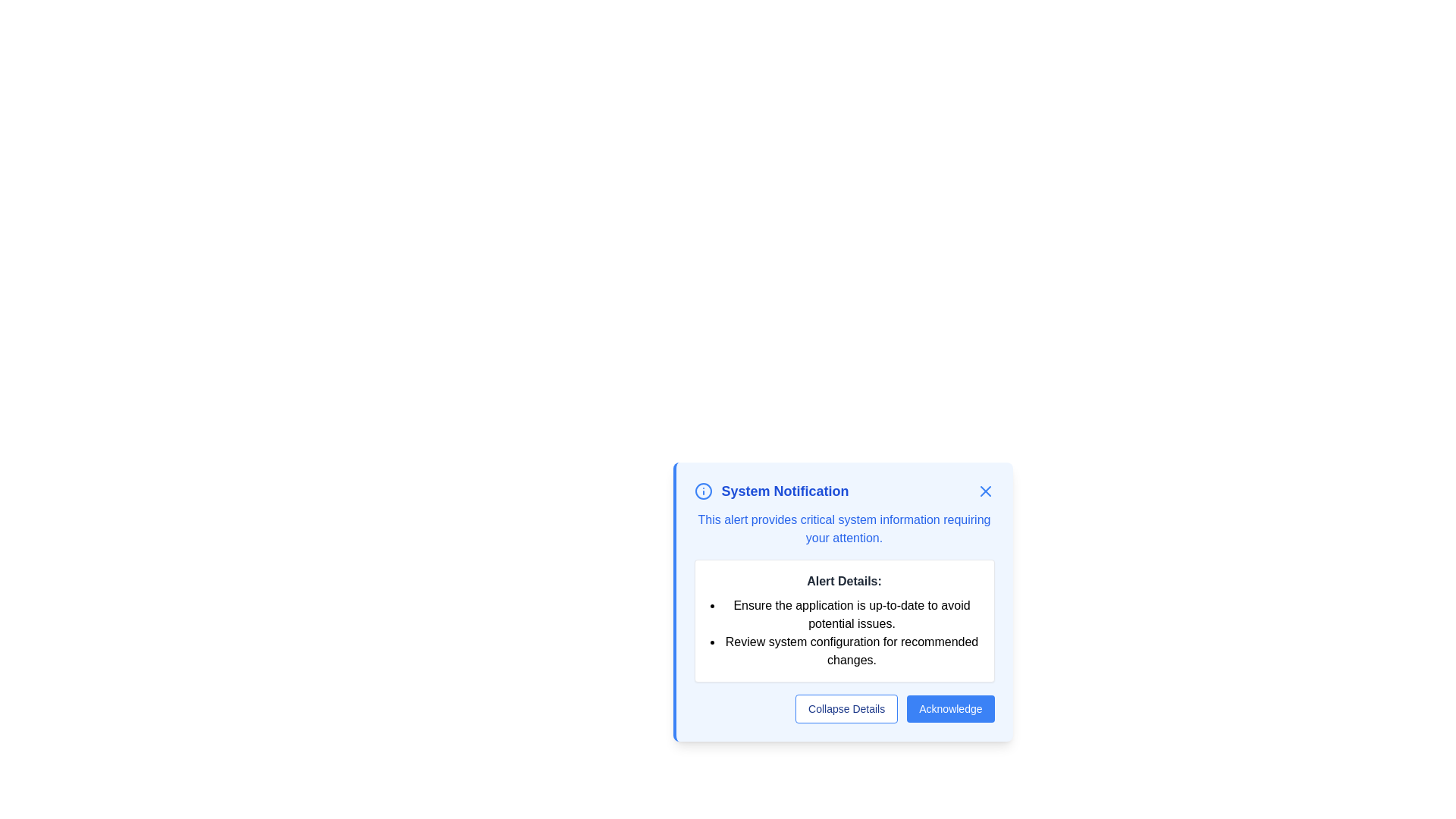 The image size is (1456, 819). I want to click on the 'Collapse Details' button, which is a rectangular button with blue text on a white background, located at the bottom-left side of the notification dialog, so click(846, 708).